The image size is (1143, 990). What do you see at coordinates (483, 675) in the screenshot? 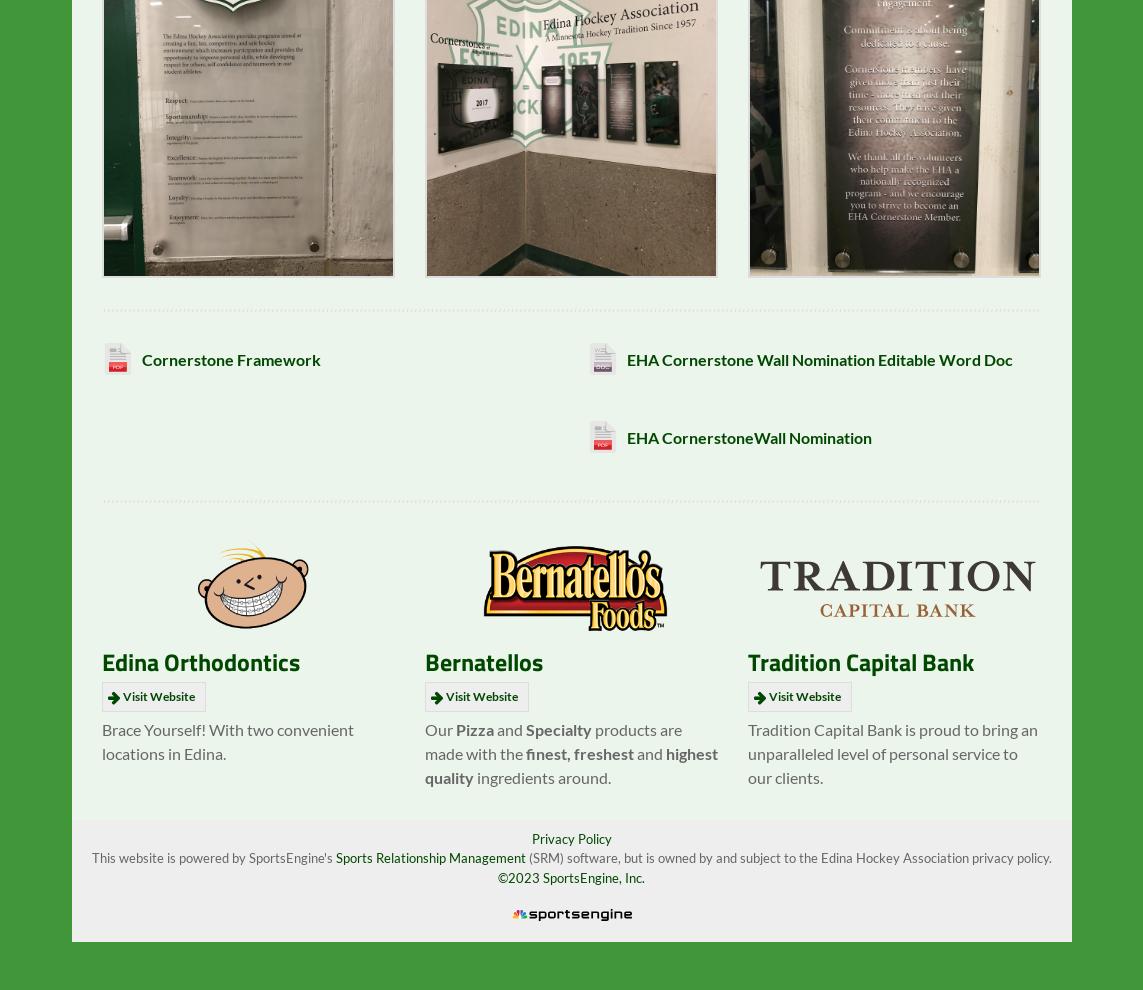
I see `'Bernatellos'` at bounding box center [483, 675].